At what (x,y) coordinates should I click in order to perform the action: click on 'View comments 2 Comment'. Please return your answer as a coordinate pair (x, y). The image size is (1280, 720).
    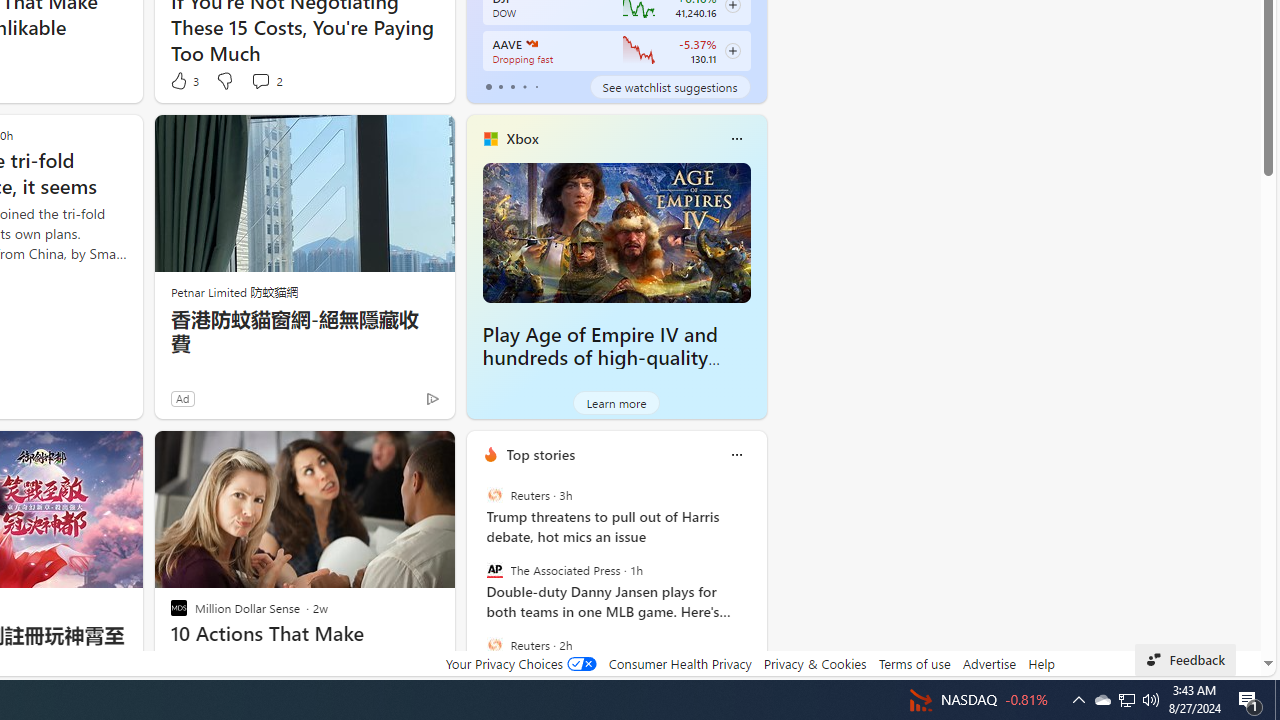
    Looking at the image, I should click on (265, 80).